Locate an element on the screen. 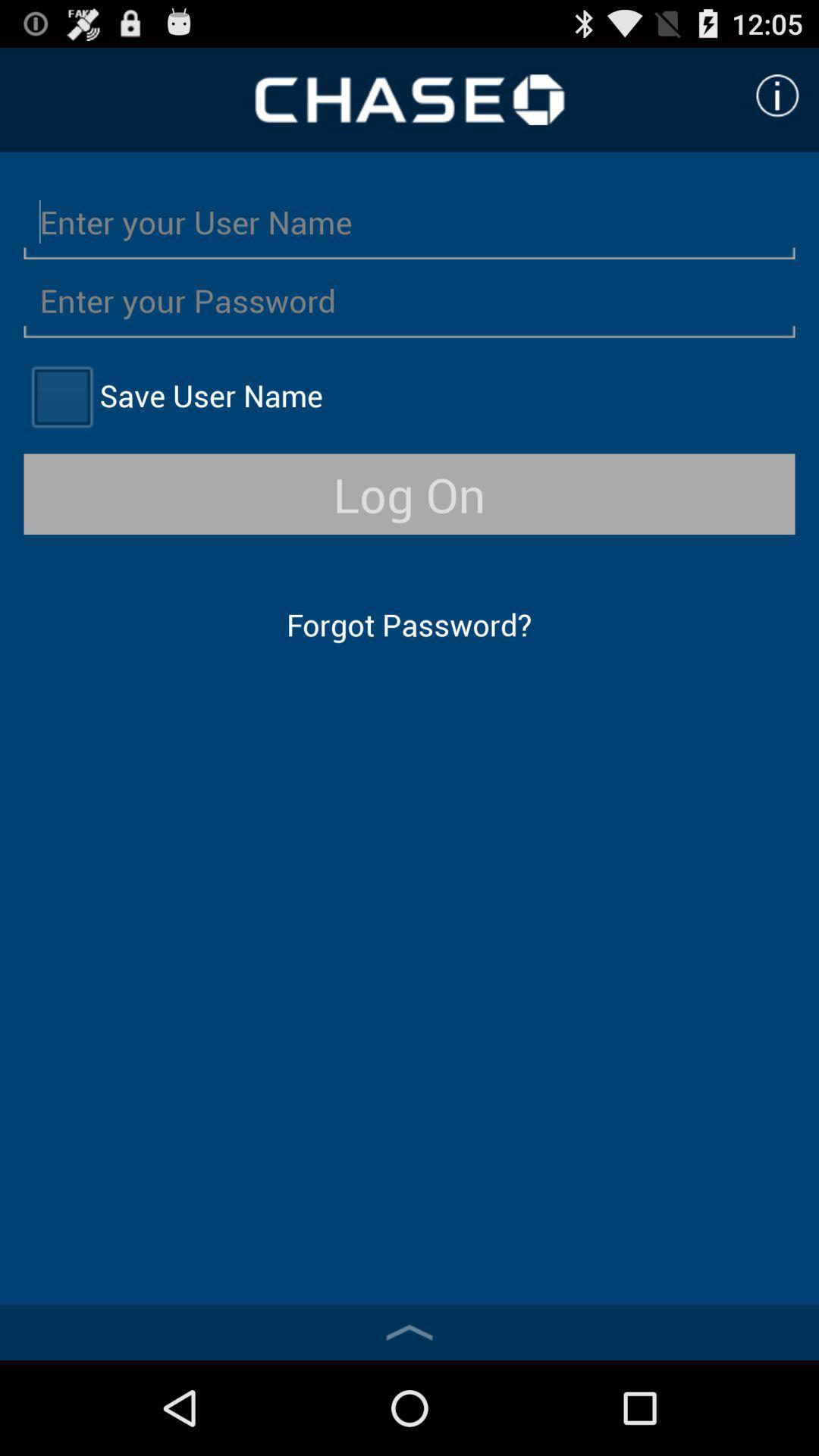 The image size is (819, 1456). the info icon is located at coordinates (777, 102).